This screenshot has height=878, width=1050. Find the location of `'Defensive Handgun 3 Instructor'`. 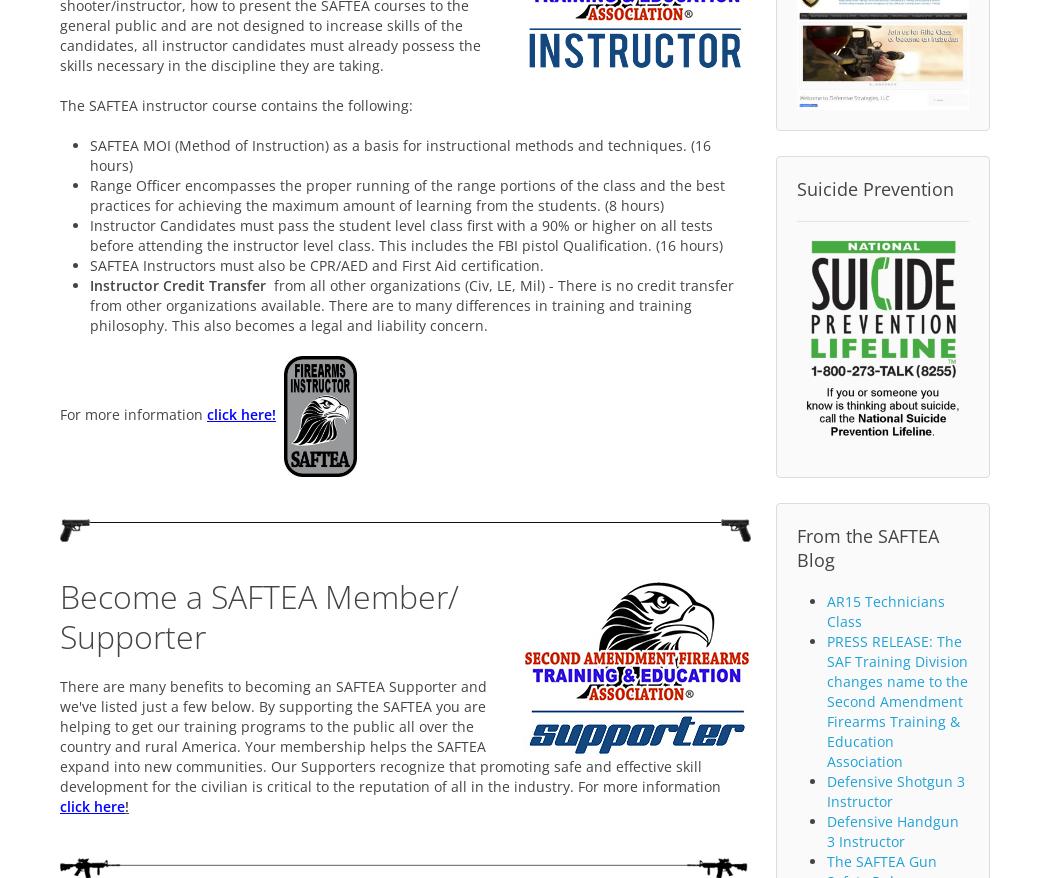

'Defensive Handgun 3 Instructor' is located at coordinates (892, 830).